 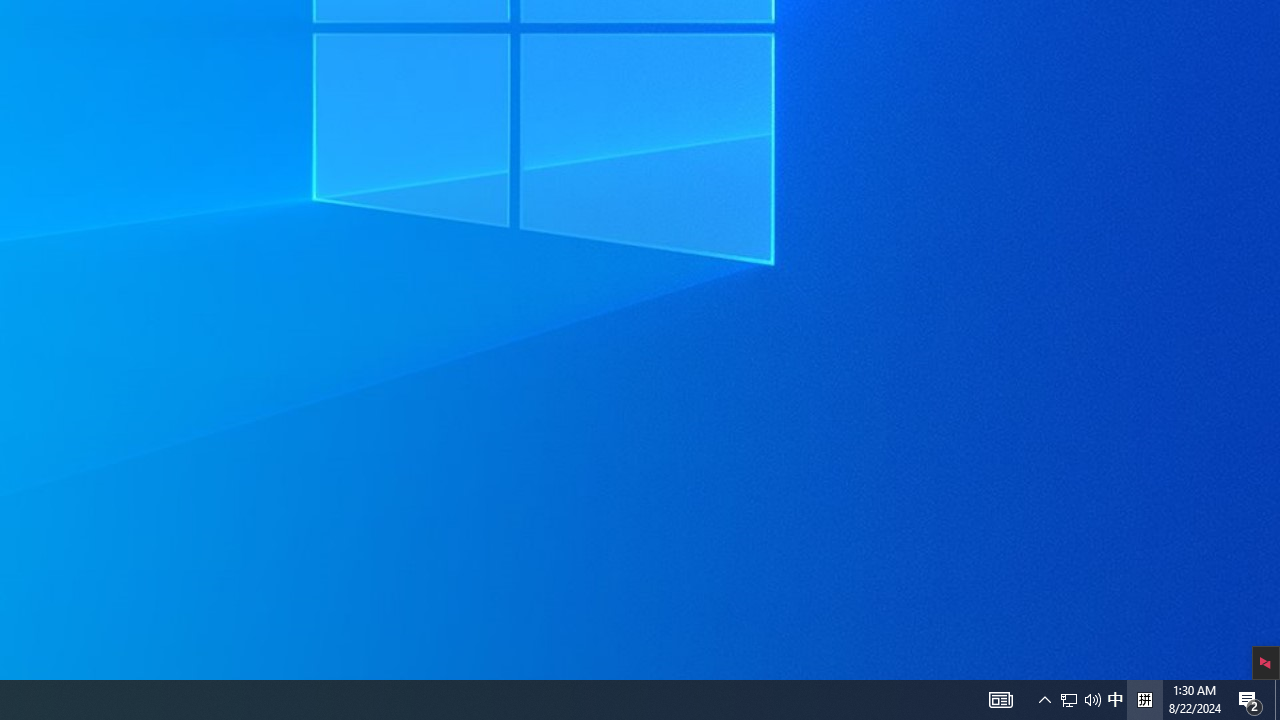 What do you see at coordinates (1250, 698) in the screenshot?
I see `'Action Center, 2 new notifications'` at bounding box center [1250, 698].